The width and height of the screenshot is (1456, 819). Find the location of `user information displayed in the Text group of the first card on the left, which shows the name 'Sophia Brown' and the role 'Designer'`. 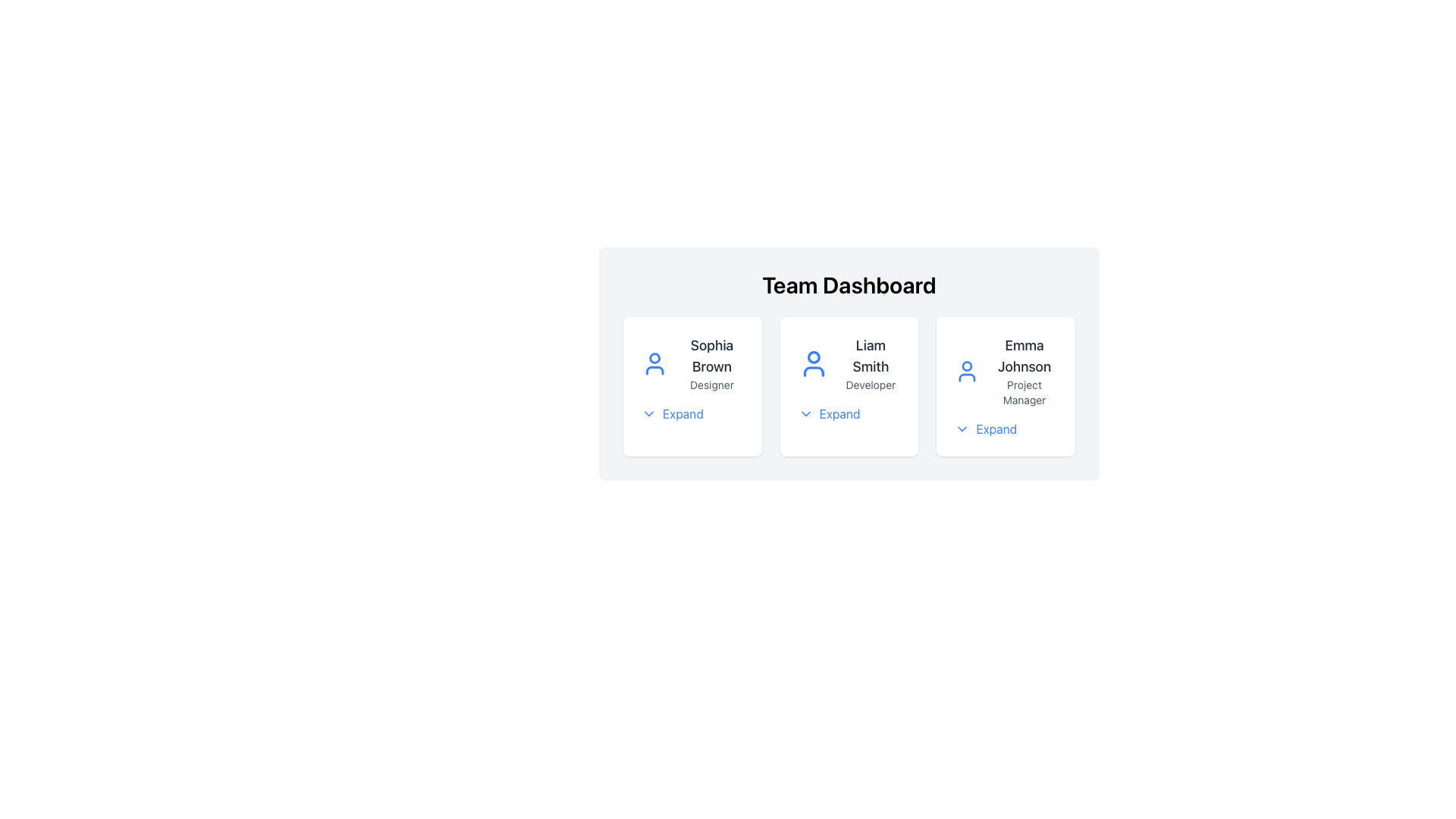

user information displayed in the Text group of the first card on the left, which shows the name 'Sophia Brown' and the role 'Designer' is located at coordinates (711, 363).